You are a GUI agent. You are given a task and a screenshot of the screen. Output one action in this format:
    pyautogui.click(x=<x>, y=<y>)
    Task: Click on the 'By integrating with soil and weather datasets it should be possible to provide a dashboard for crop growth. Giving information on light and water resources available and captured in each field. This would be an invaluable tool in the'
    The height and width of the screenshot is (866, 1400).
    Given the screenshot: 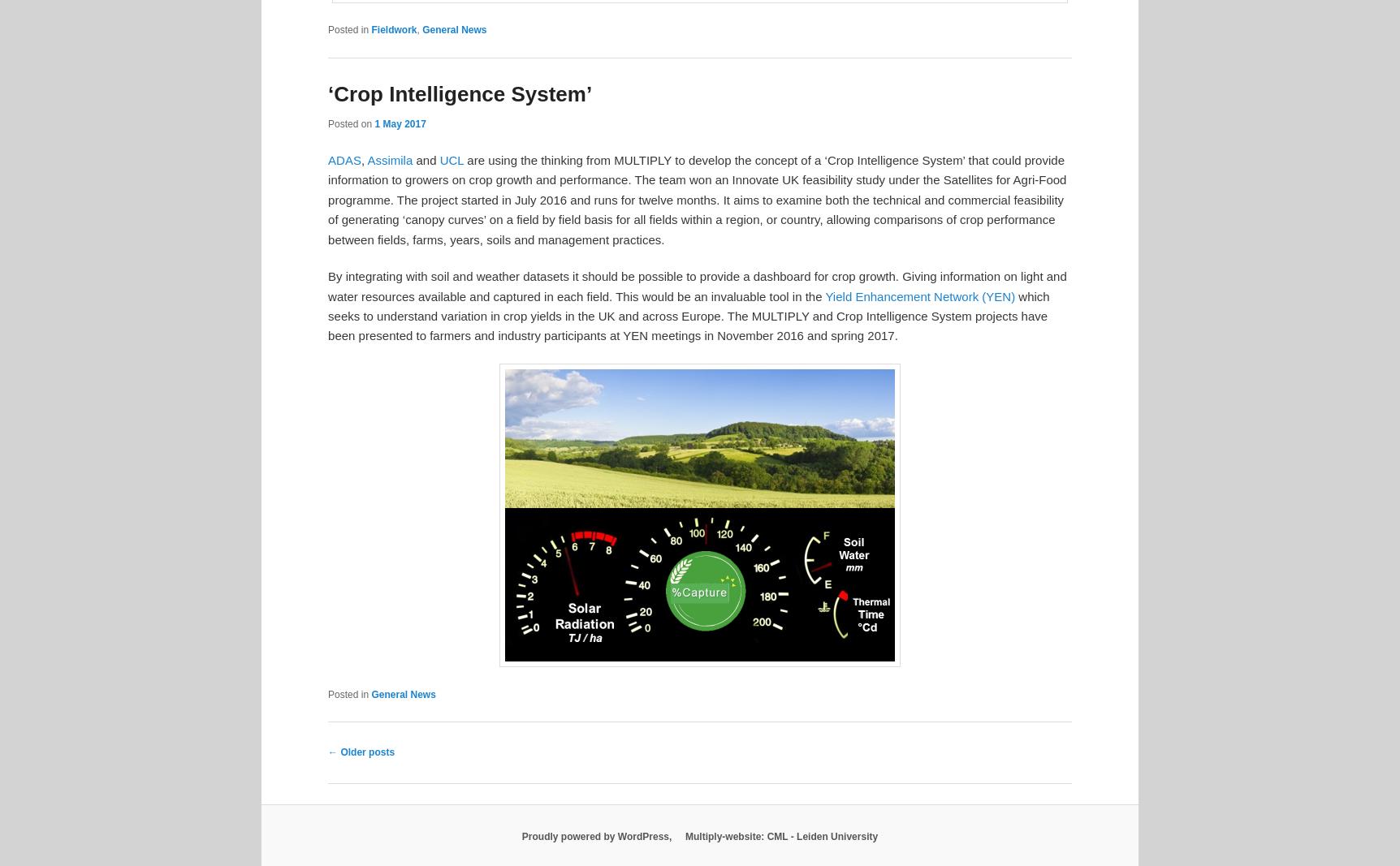 What is the action you would take?
    pyautogui.click(x=696, y=286)
    